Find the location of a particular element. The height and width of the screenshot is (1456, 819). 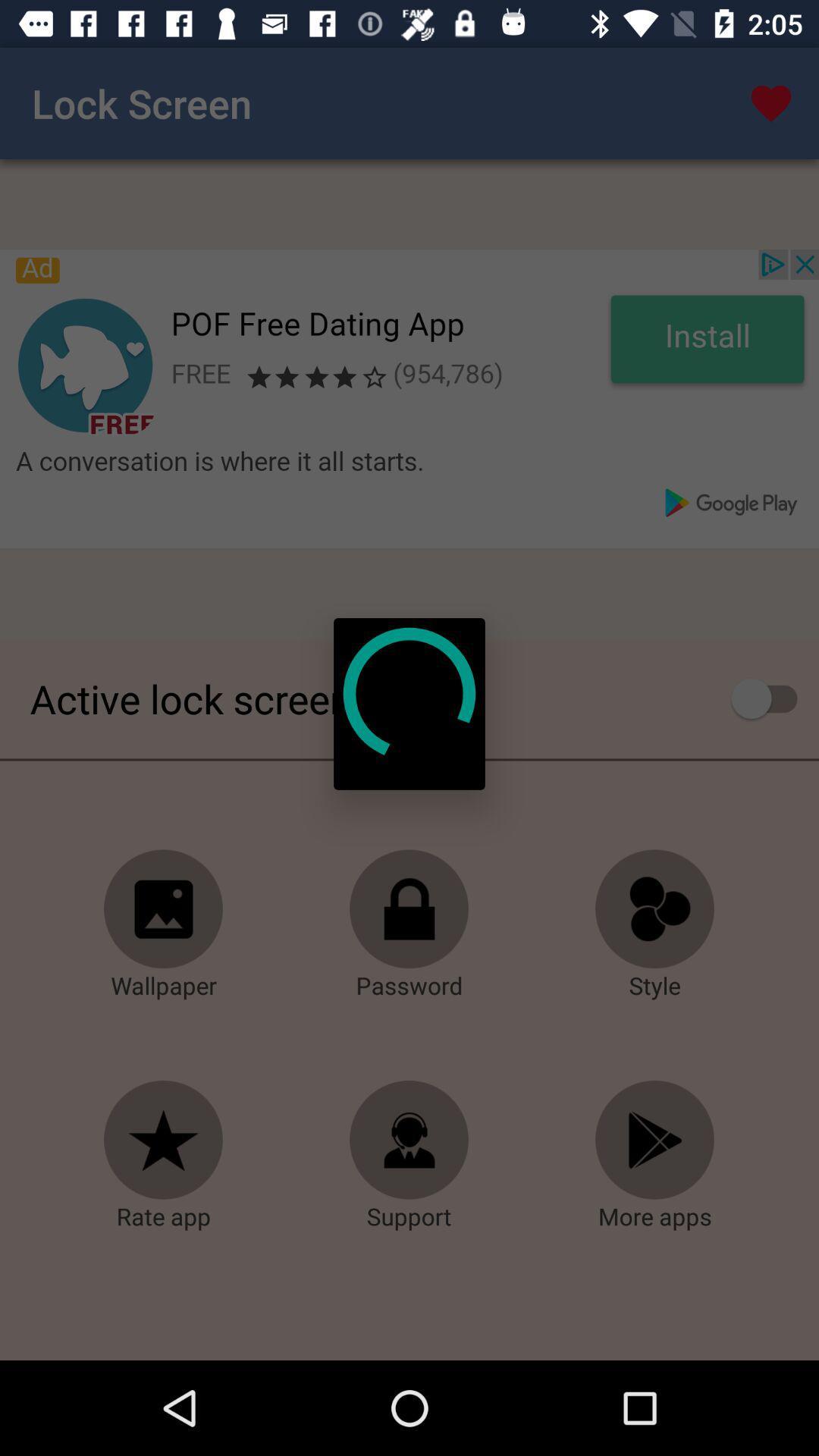

active lock screen option is located at coordinates (771, 698).